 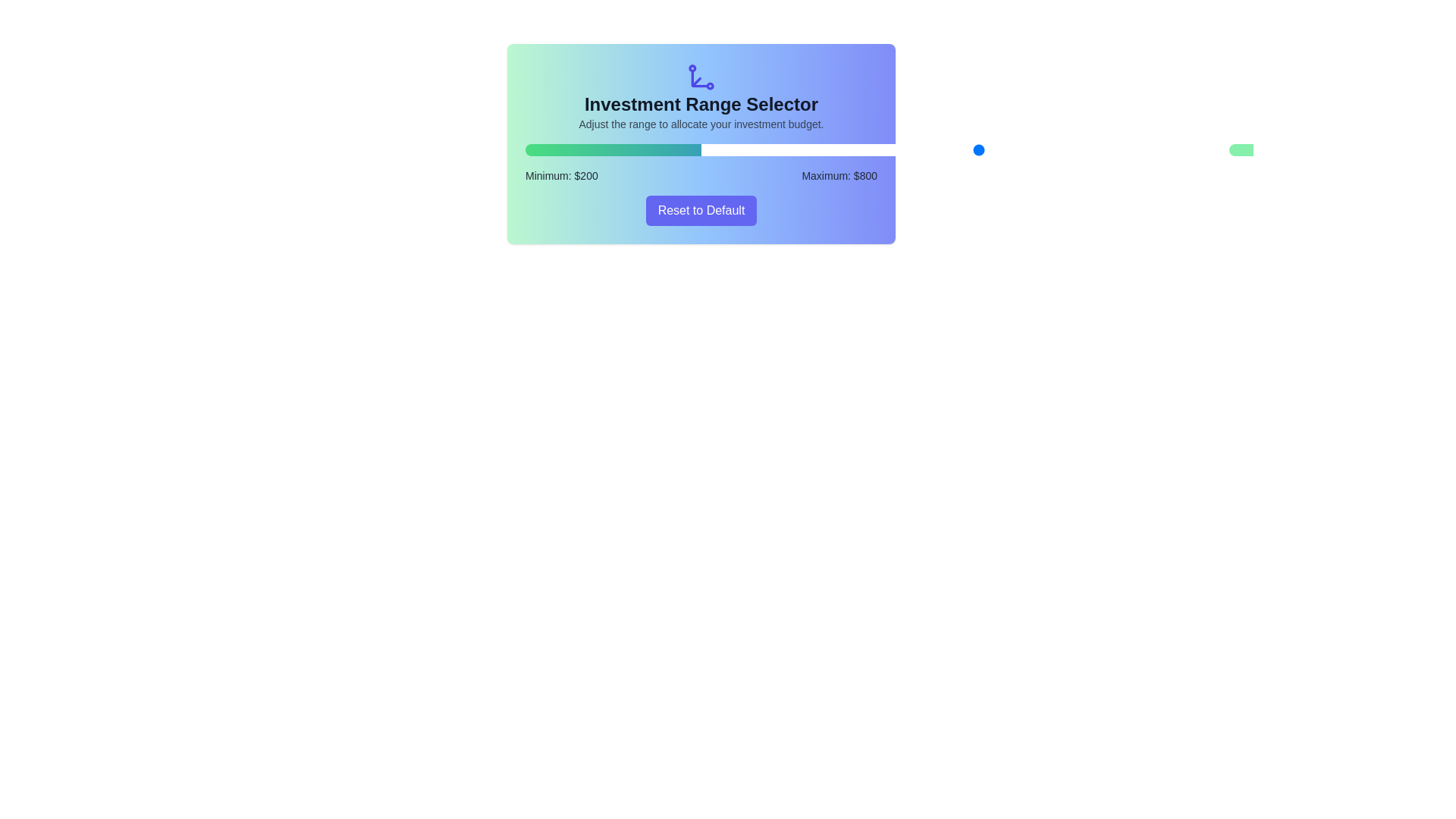 I want to click on the maximum investment range to 247 by dragging the right slider, so click(x=729, y=149).